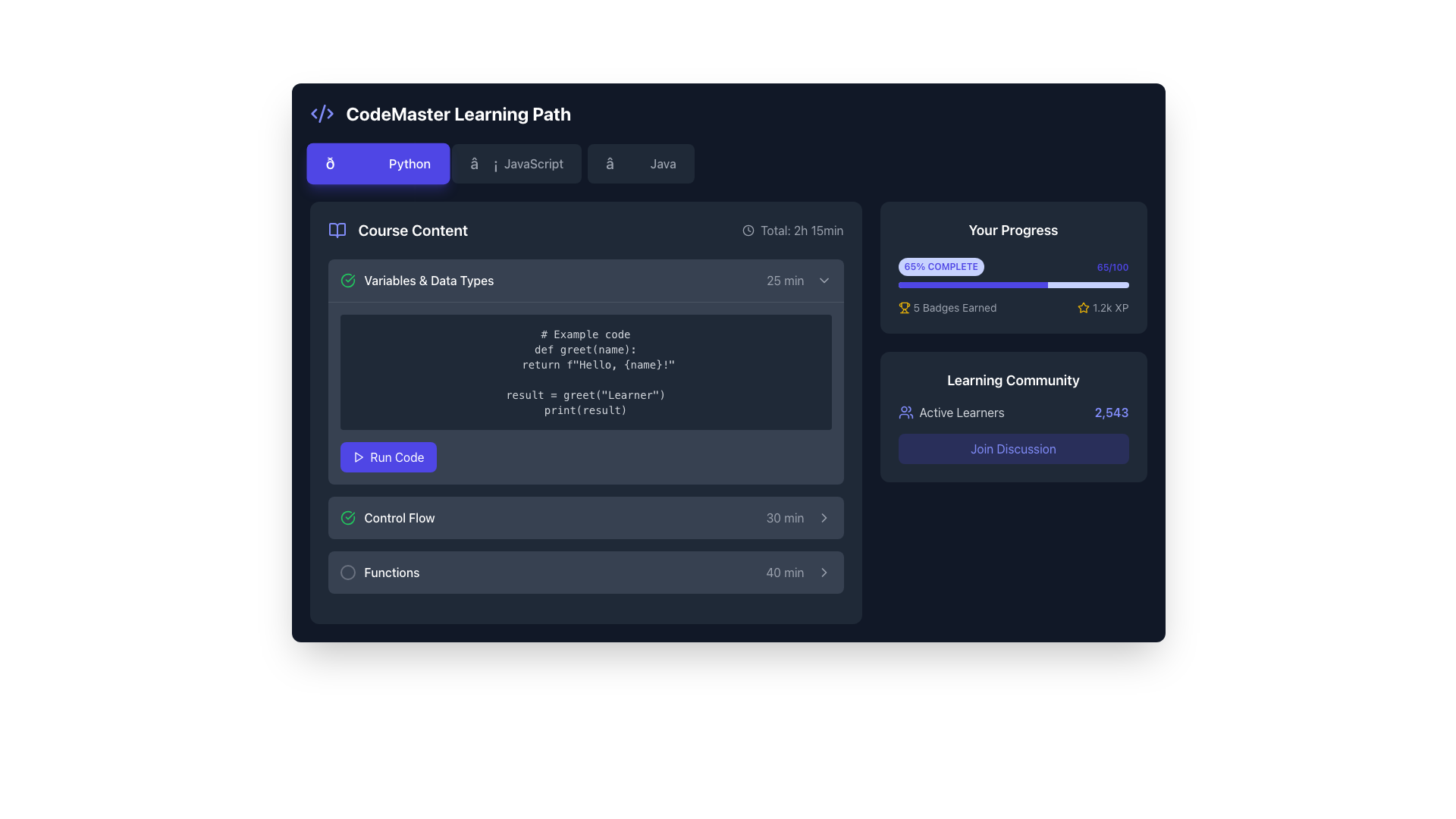 This screenshot has height=819, width=1456. Describe the element at coordinates (1013, 417) in the screenshot. I see `the 'Join Discussion' button located within the second learning community card in the right-side panel, positioned below the 'Your Progress' card` at that location.